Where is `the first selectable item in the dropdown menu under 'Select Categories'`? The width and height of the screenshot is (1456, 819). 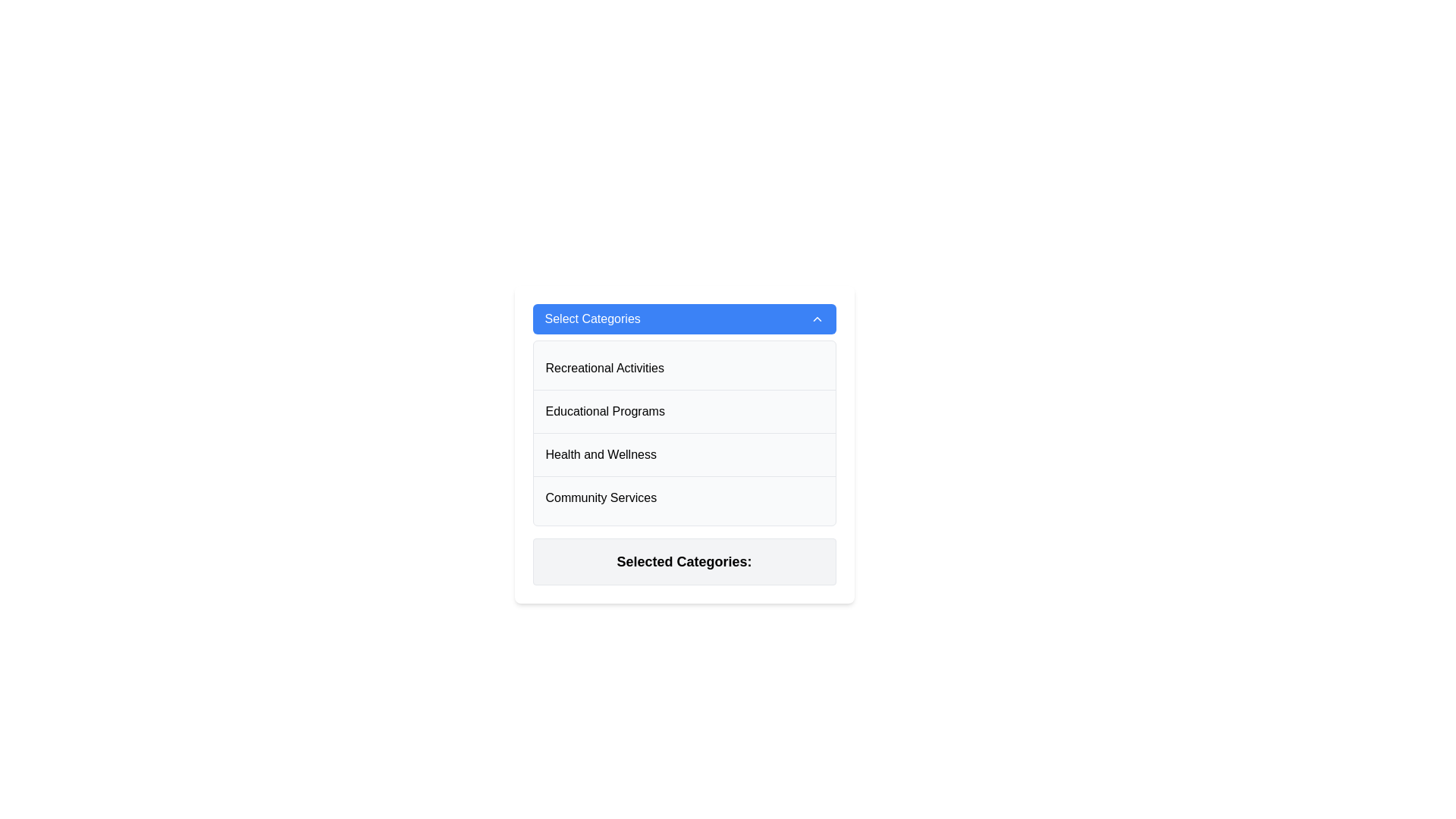 the first selectable item in the dropdown menu under 'Select Categories' is located at coordinates (683, 369).